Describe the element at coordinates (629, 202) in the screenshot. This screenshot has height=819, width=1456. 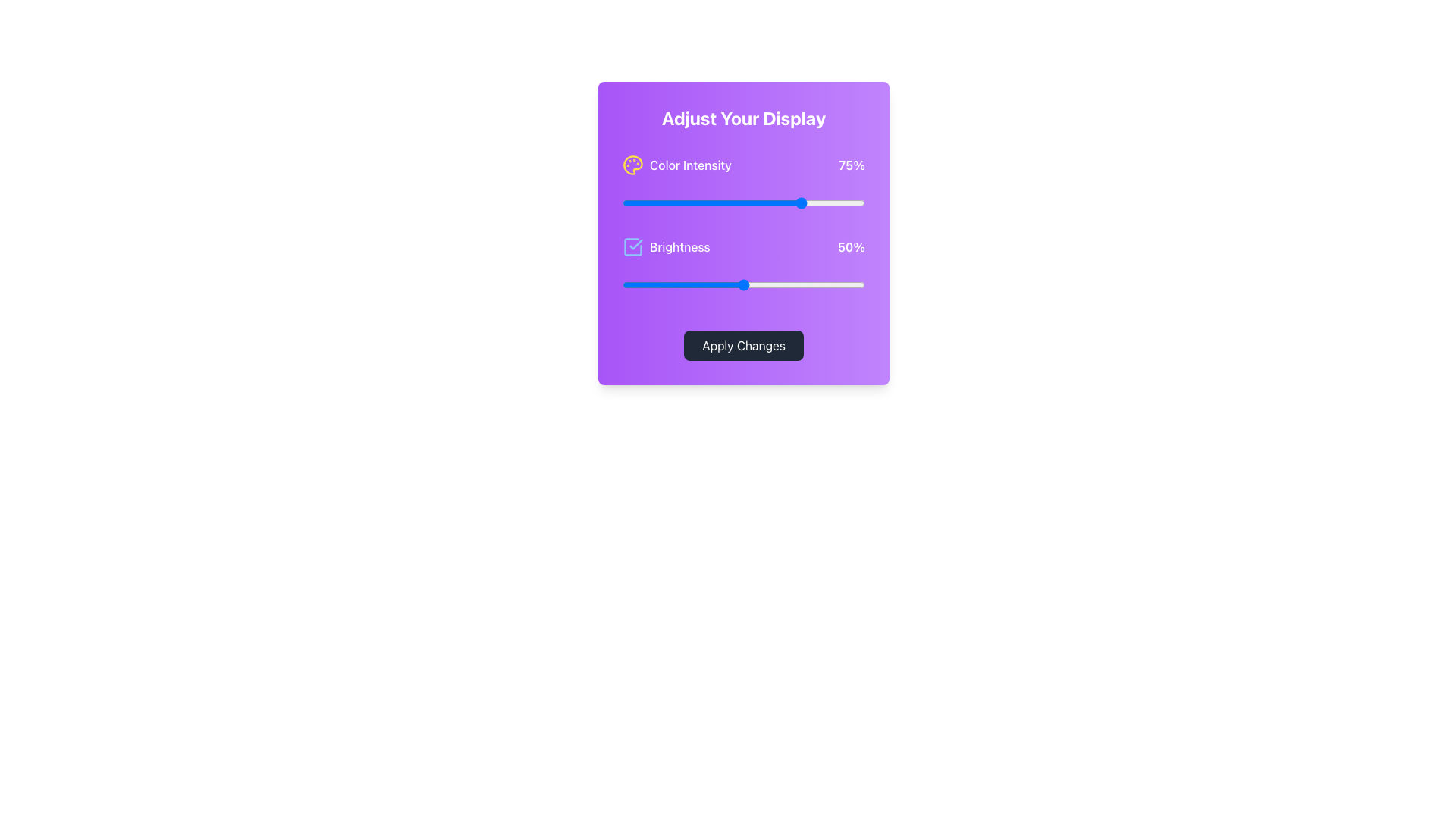
I see `the slider` at that location.